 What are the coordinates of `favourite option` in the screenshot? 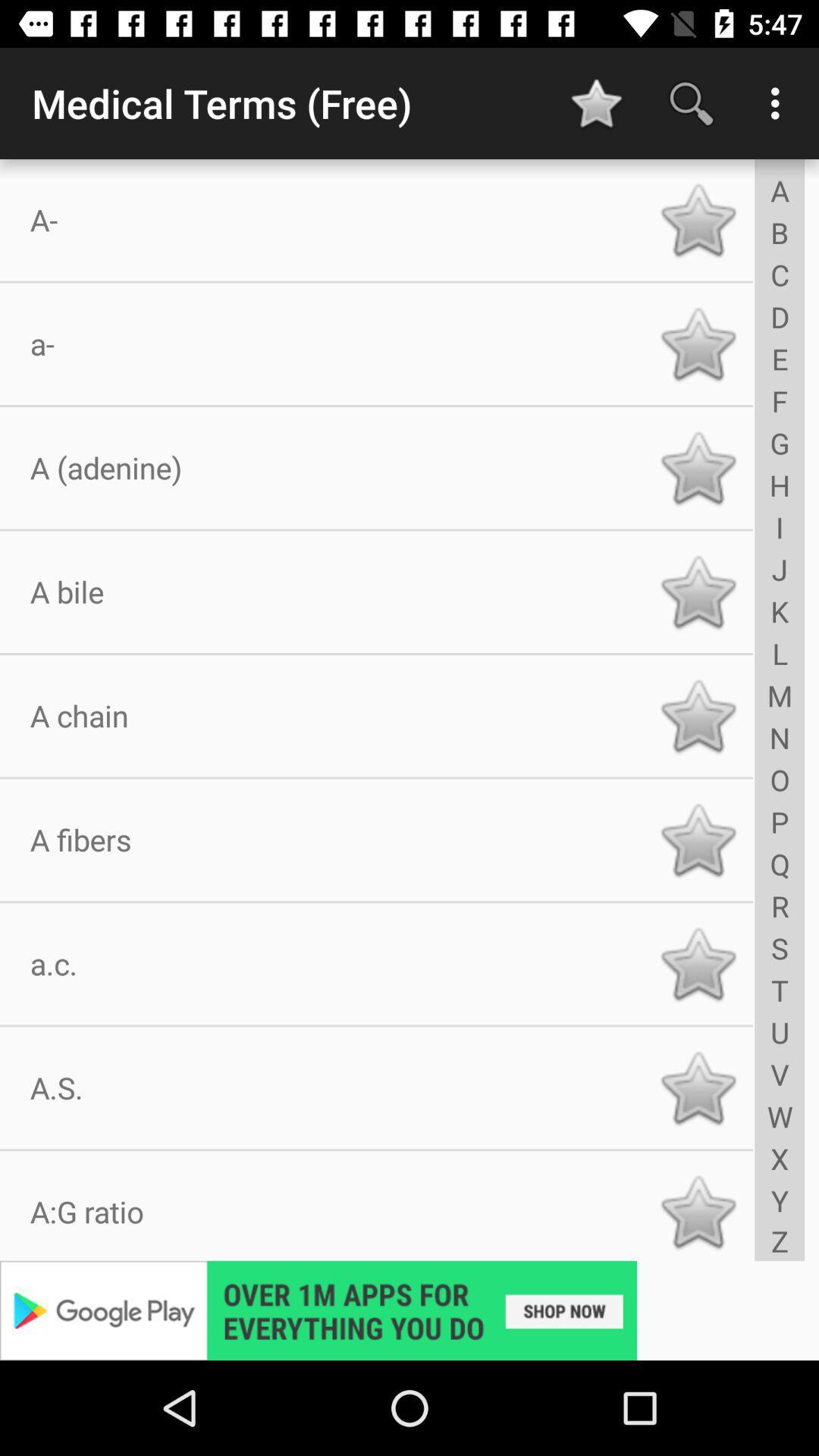 It's located at (698, 1087).